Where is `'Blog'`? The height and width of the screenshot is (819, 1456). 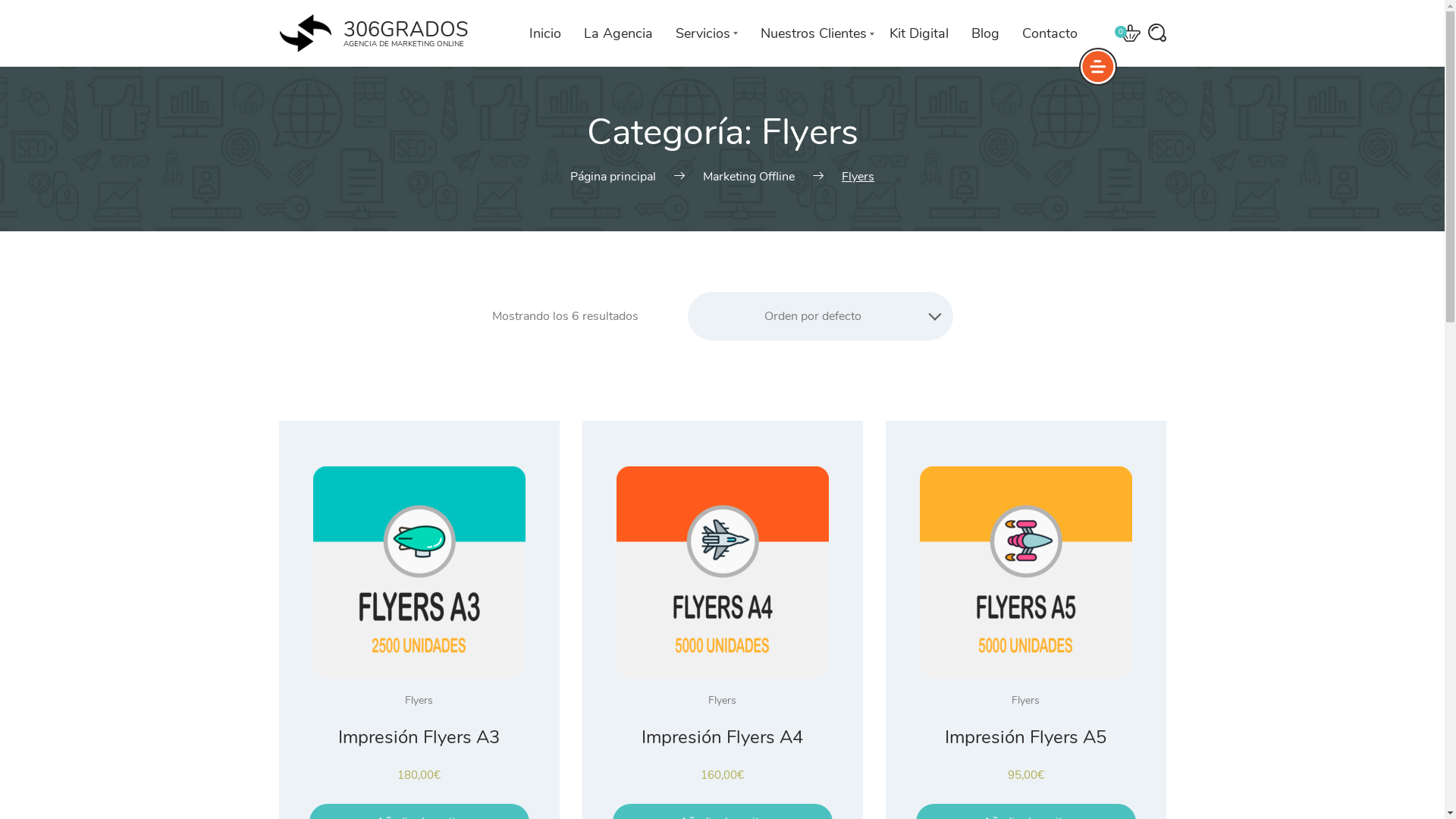 'Blog' is located at coordinates (984, 33).